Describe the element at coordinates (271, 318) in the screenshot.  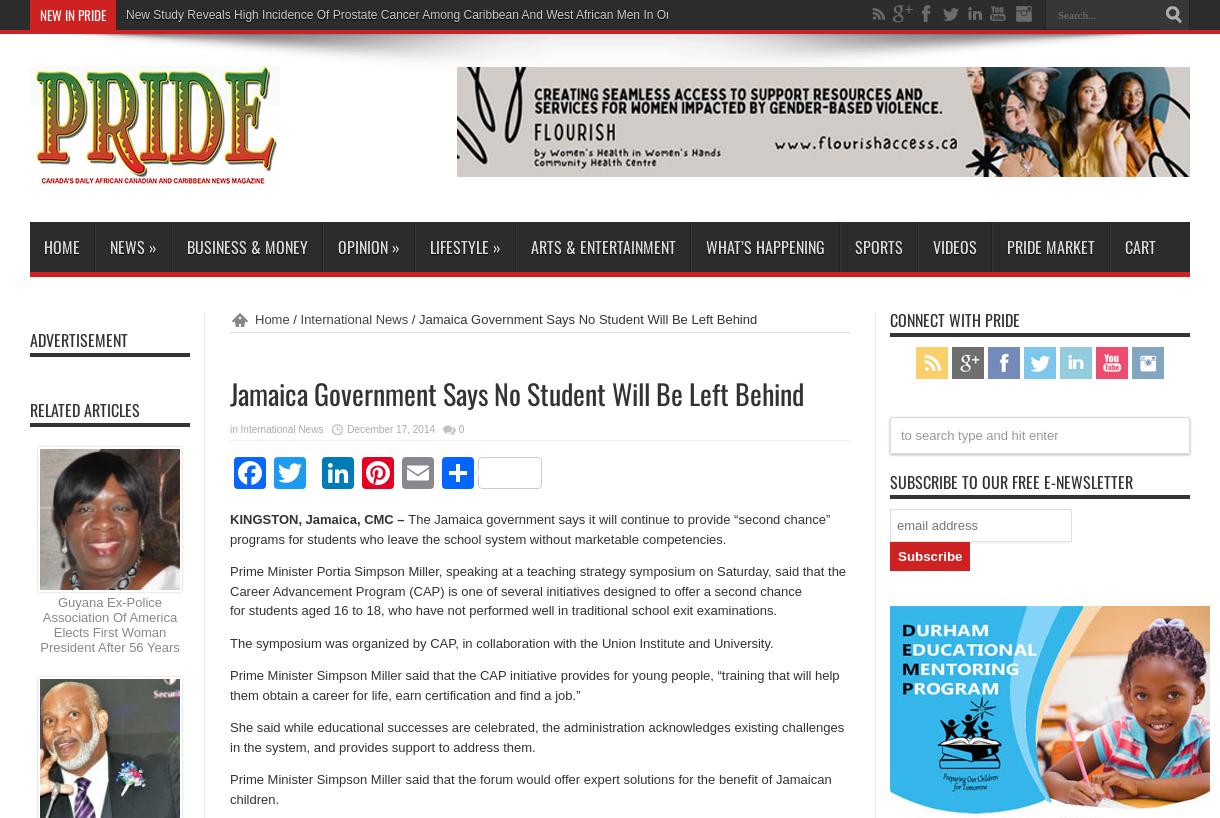
I see `'Home'` at that location.